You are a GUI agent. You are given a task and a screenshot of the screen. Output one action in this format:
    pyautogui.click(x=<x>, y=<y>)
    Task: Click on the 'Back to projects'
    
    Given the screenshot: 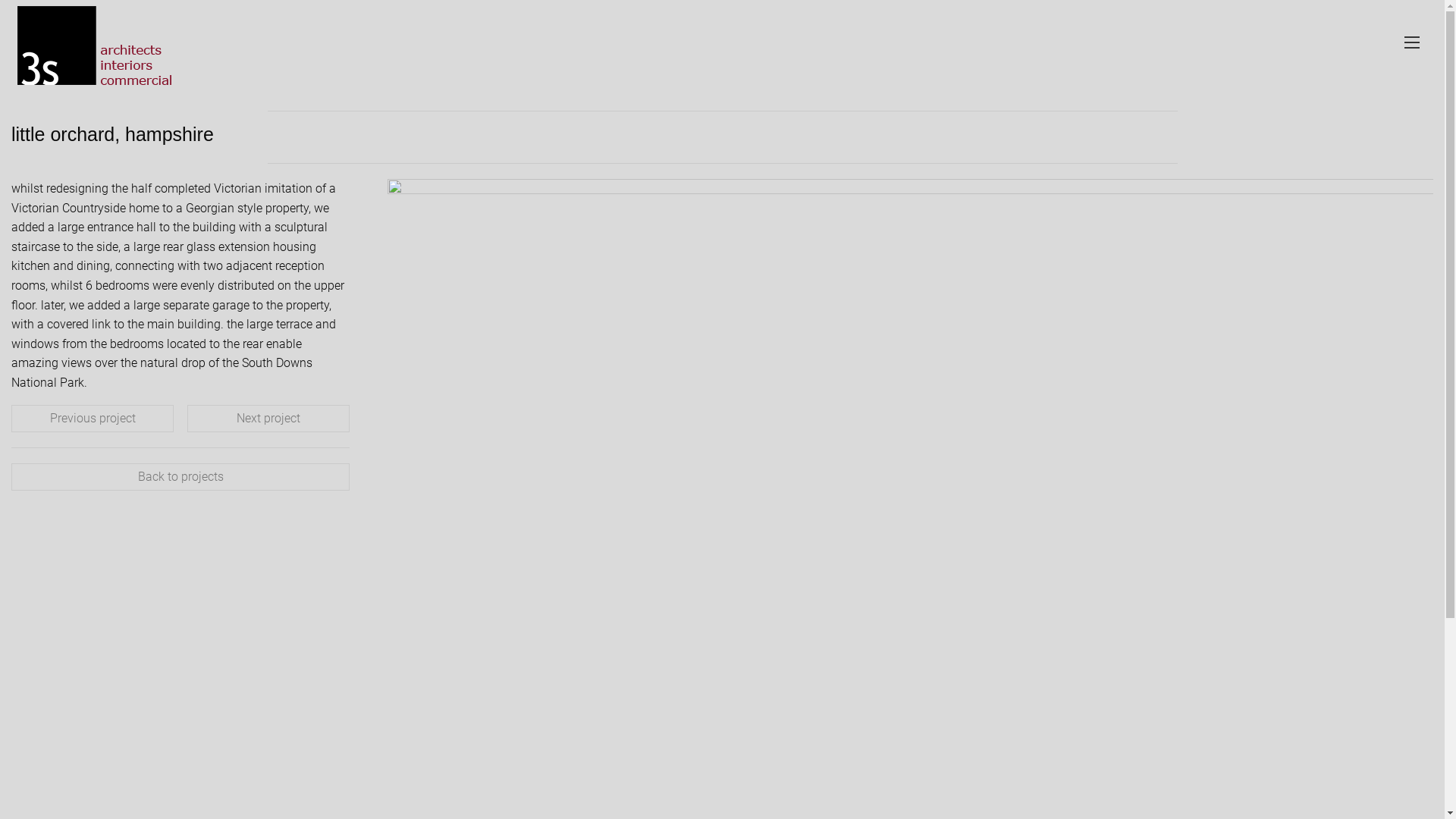 What is the action you would take?
    pyautogui.click(x=180, y=475)
    